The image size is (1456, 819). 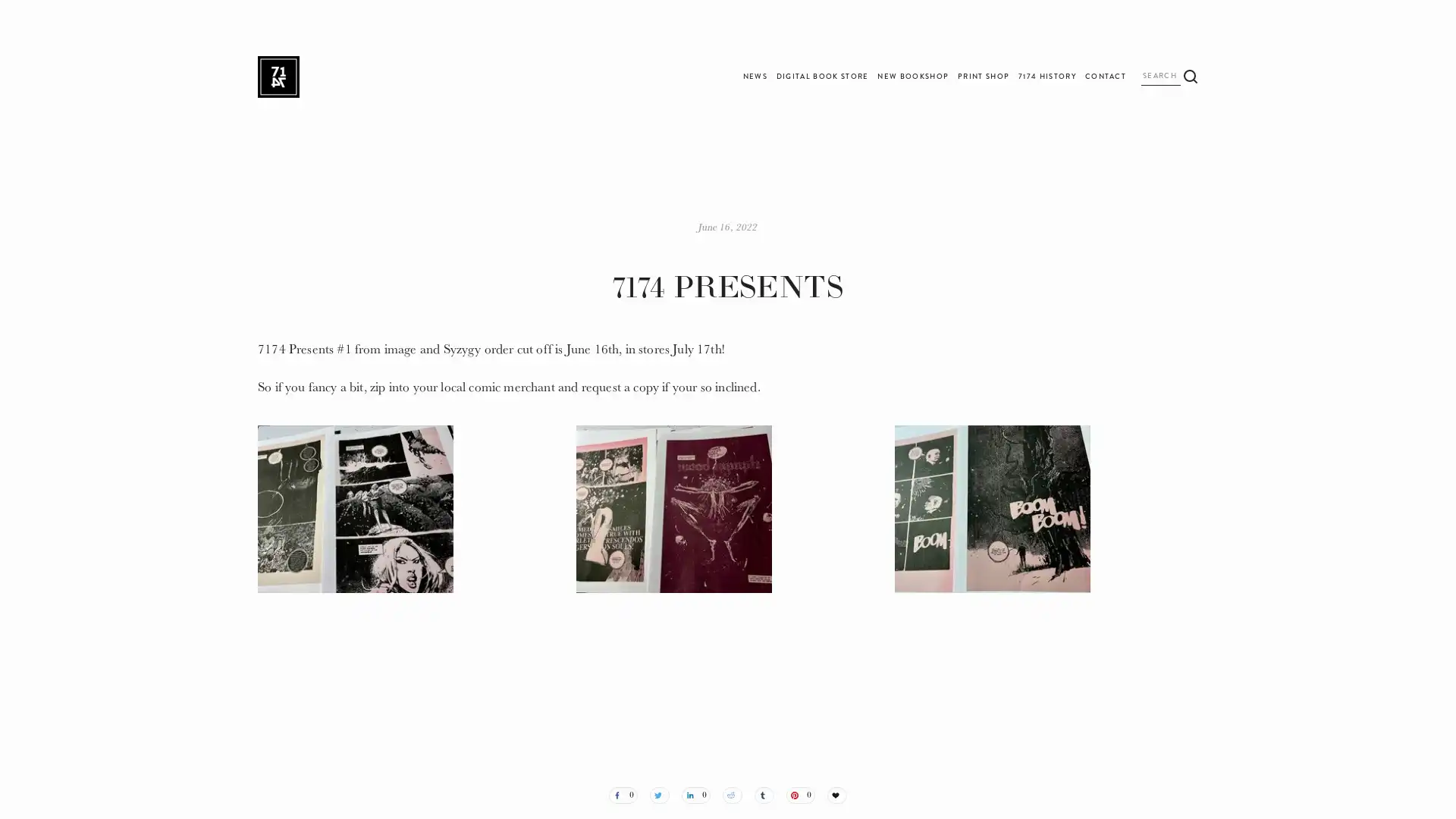 I want to click on View fullsize IMG_3080.JPG, so click(x=728, y=576).